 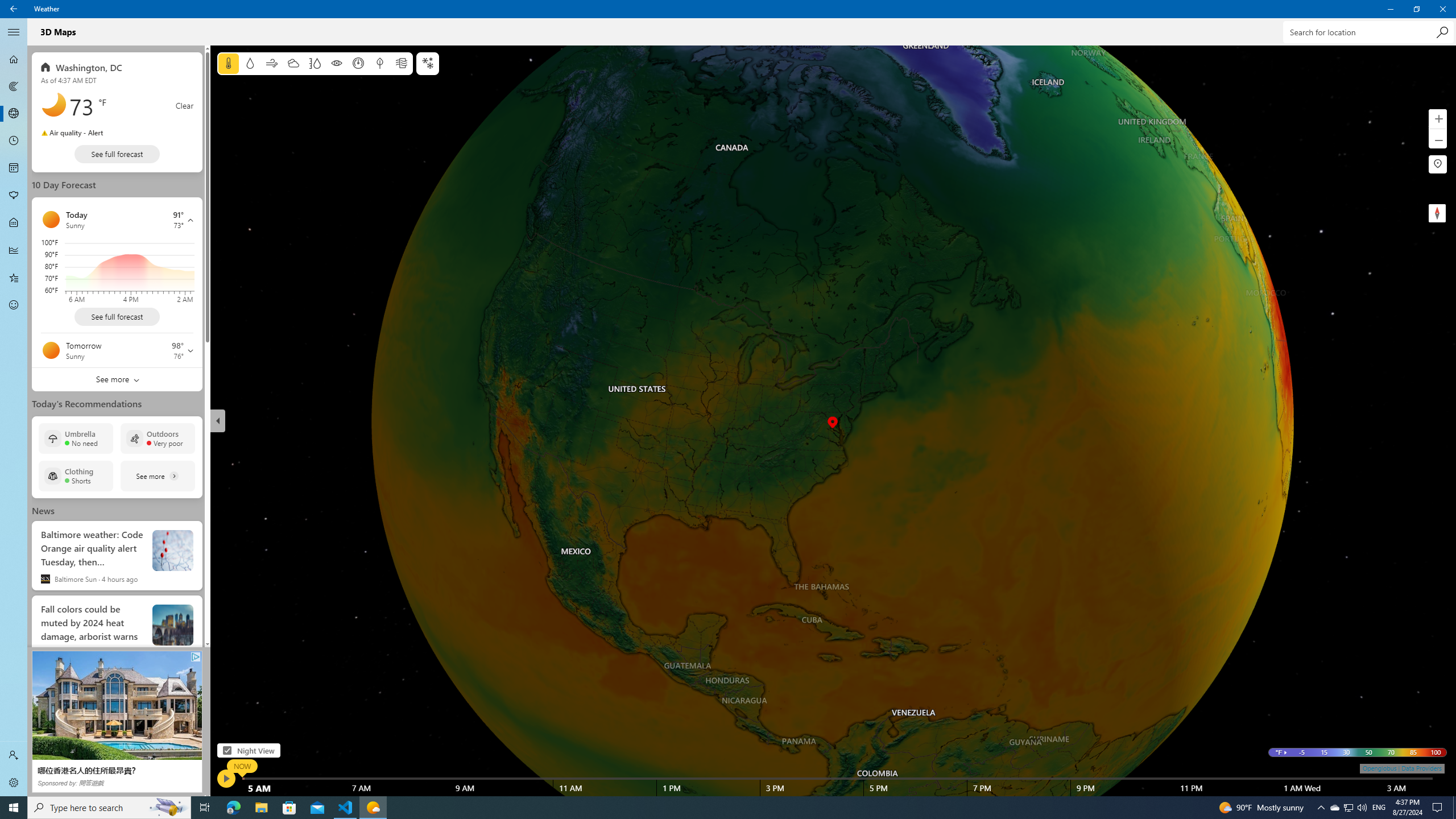 What do you see at coordinates (14, 196) in the screenshot?
I see `'Pollen - Not Selected'` at bounding box center [14, 196].